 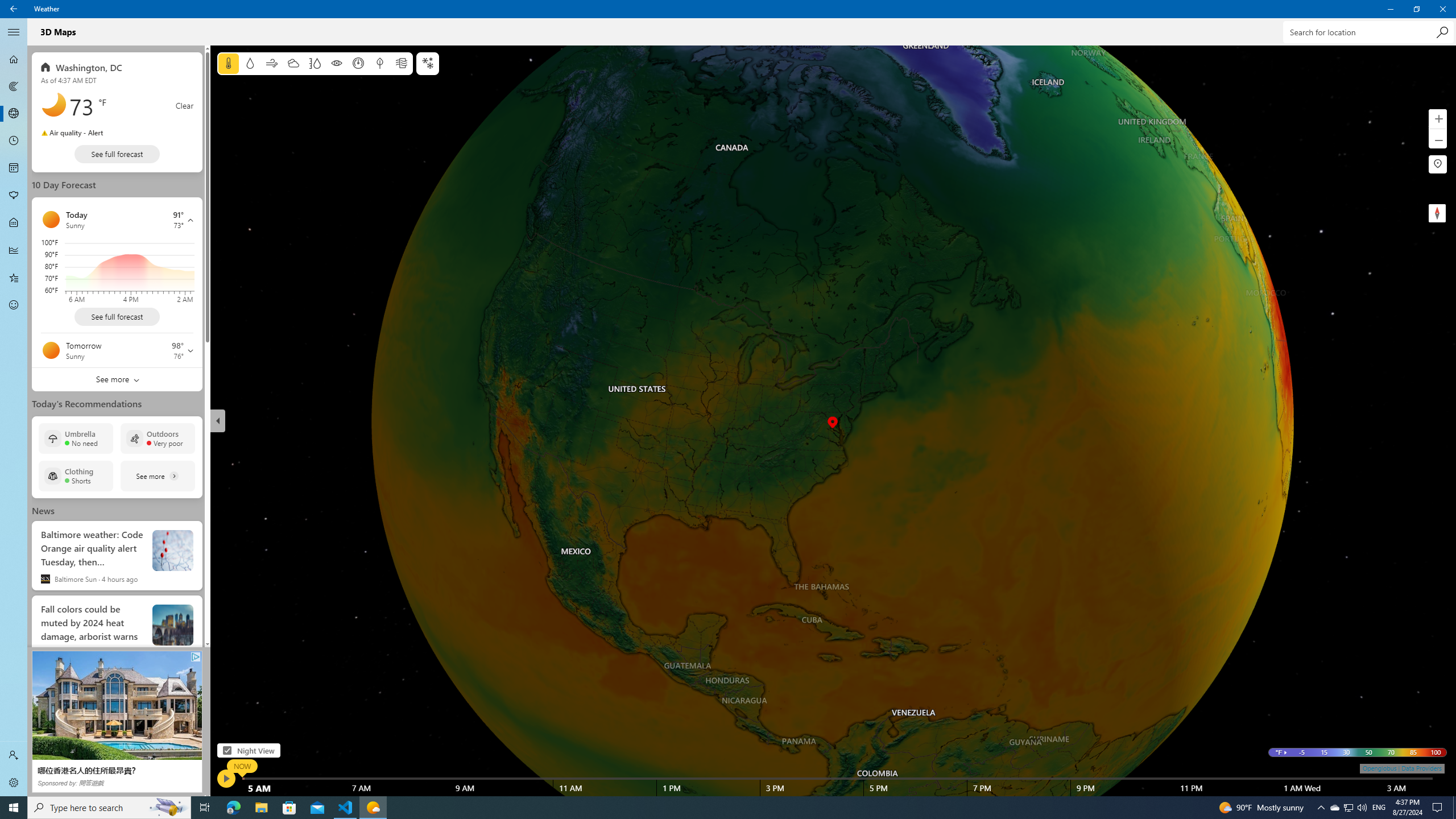 What do you see at coordinates (14, 196) in the screenshot?
I see `'Pollen - Not Selected'` at bounding box center [14, 196].